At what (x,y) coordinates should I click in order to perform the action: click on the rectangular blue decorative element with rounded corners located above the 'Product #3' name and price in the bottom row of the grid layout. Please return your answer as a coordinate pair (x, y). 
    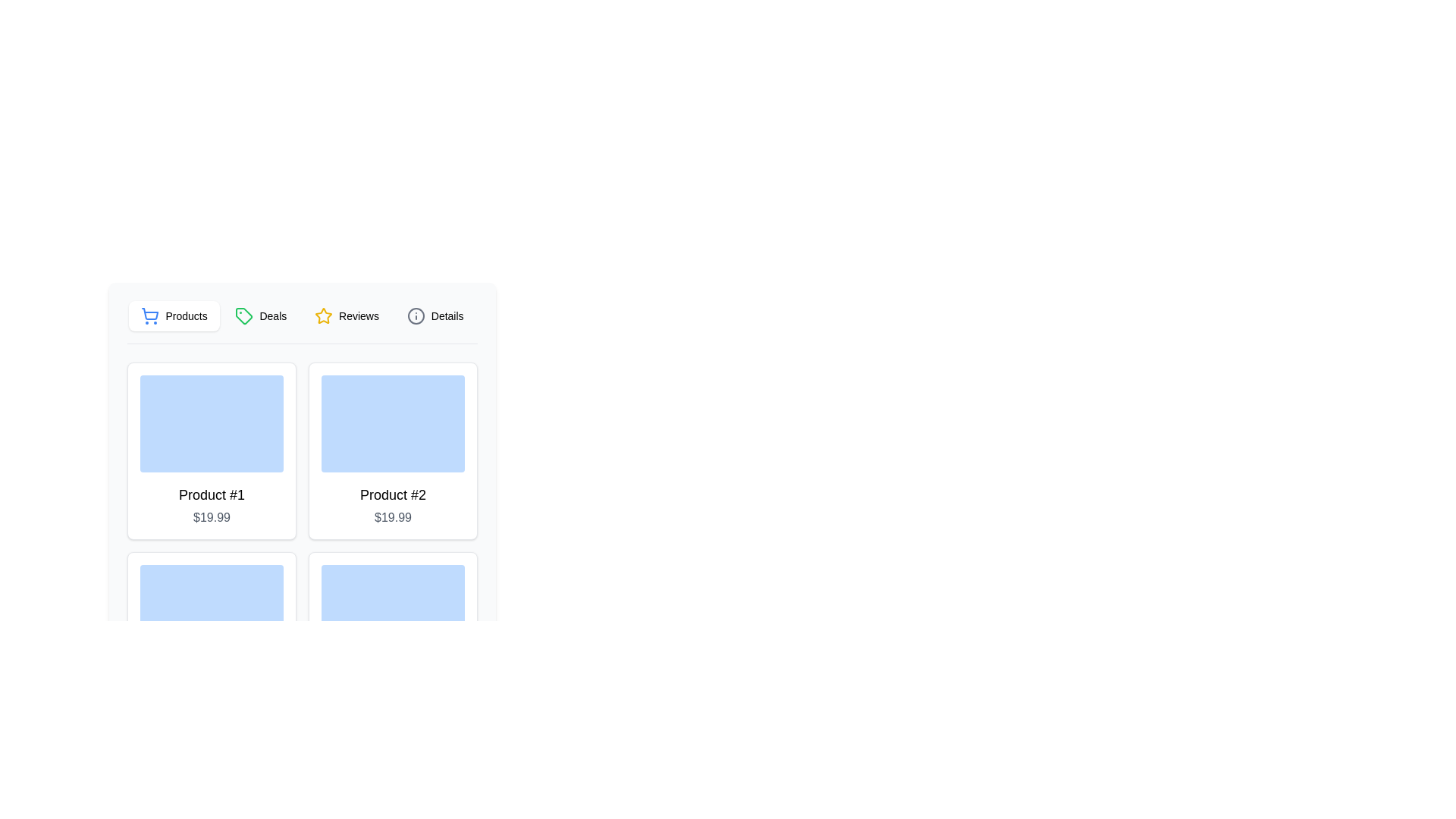
    Looking at the image, I should click on (211, 613).